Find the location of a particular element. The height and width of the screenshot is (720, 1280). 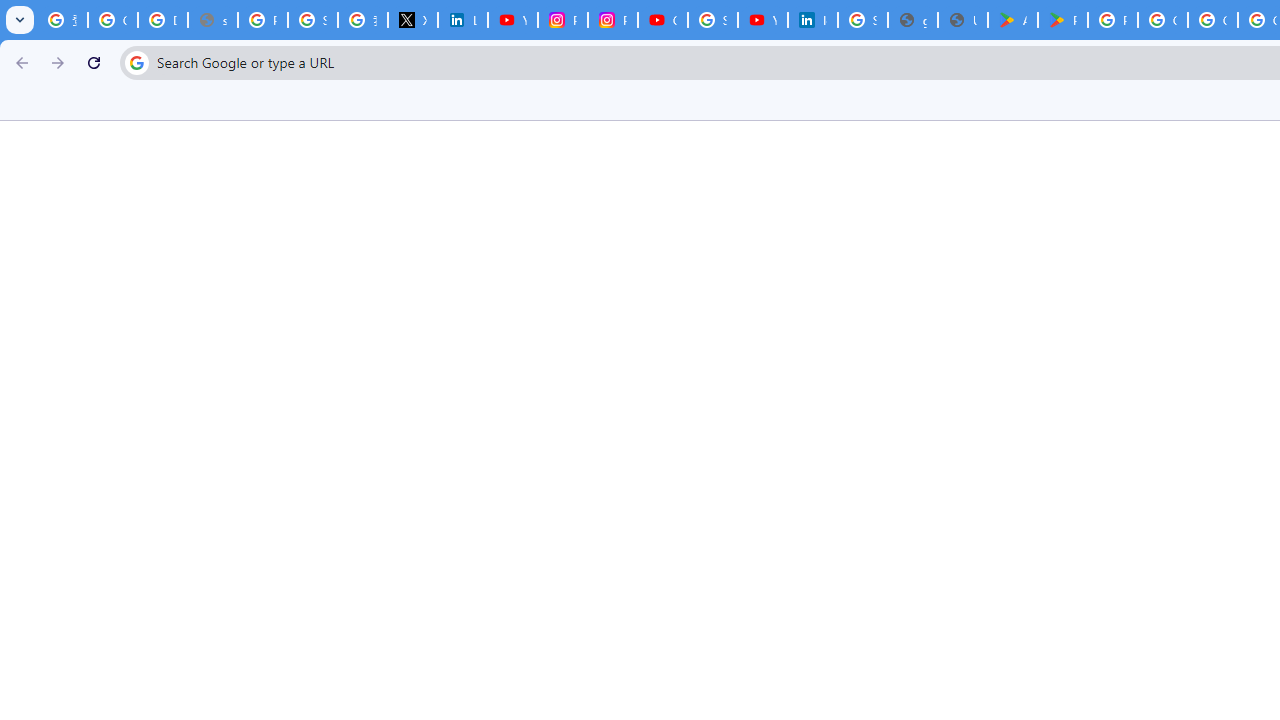

'YouTube Content Monetization Policies - How YouTube Works' is located at coordinates (512, 20).